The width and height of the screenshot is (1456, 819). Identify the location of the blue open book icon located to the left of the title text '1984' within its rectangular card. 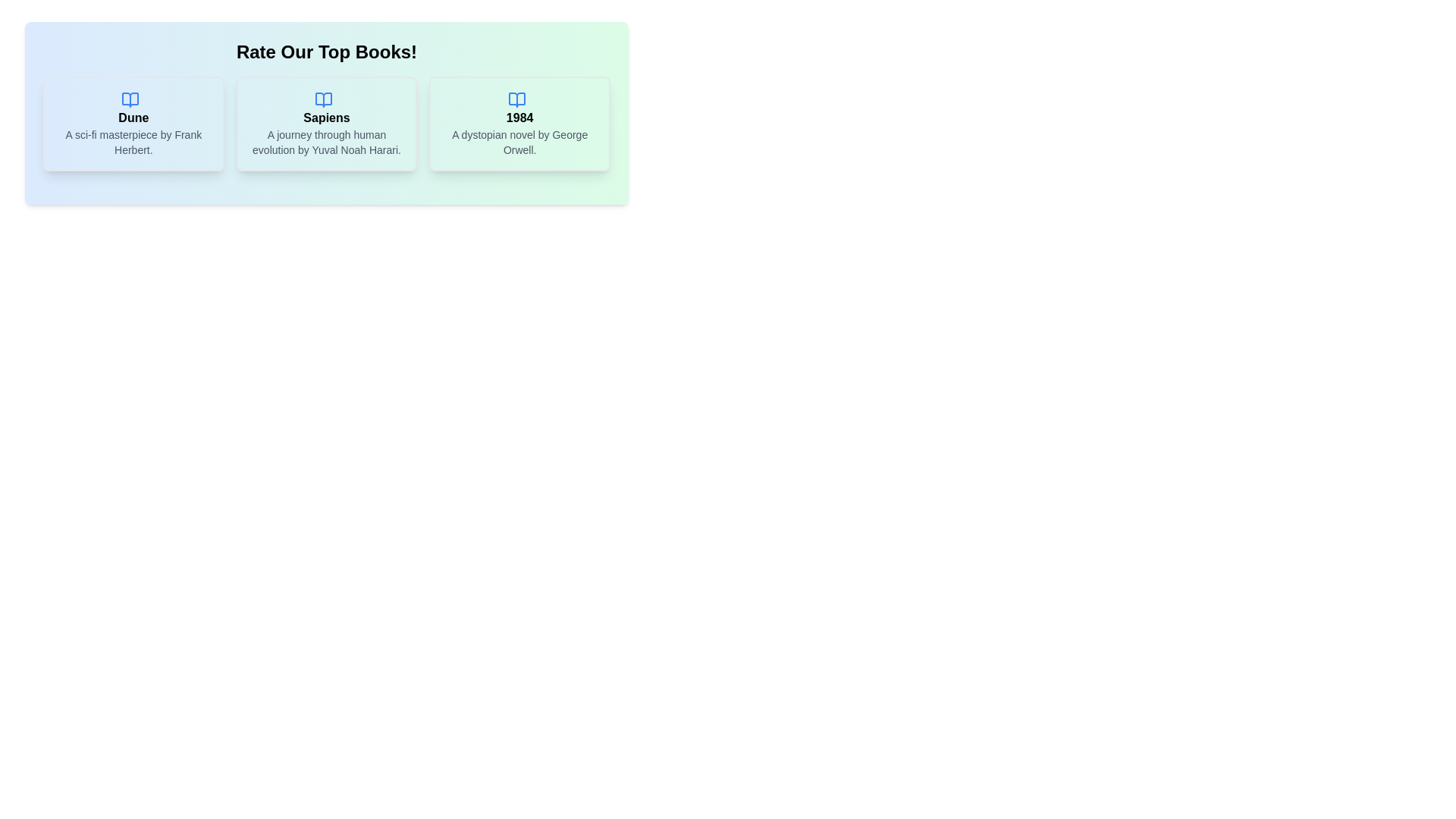
(516, 99).